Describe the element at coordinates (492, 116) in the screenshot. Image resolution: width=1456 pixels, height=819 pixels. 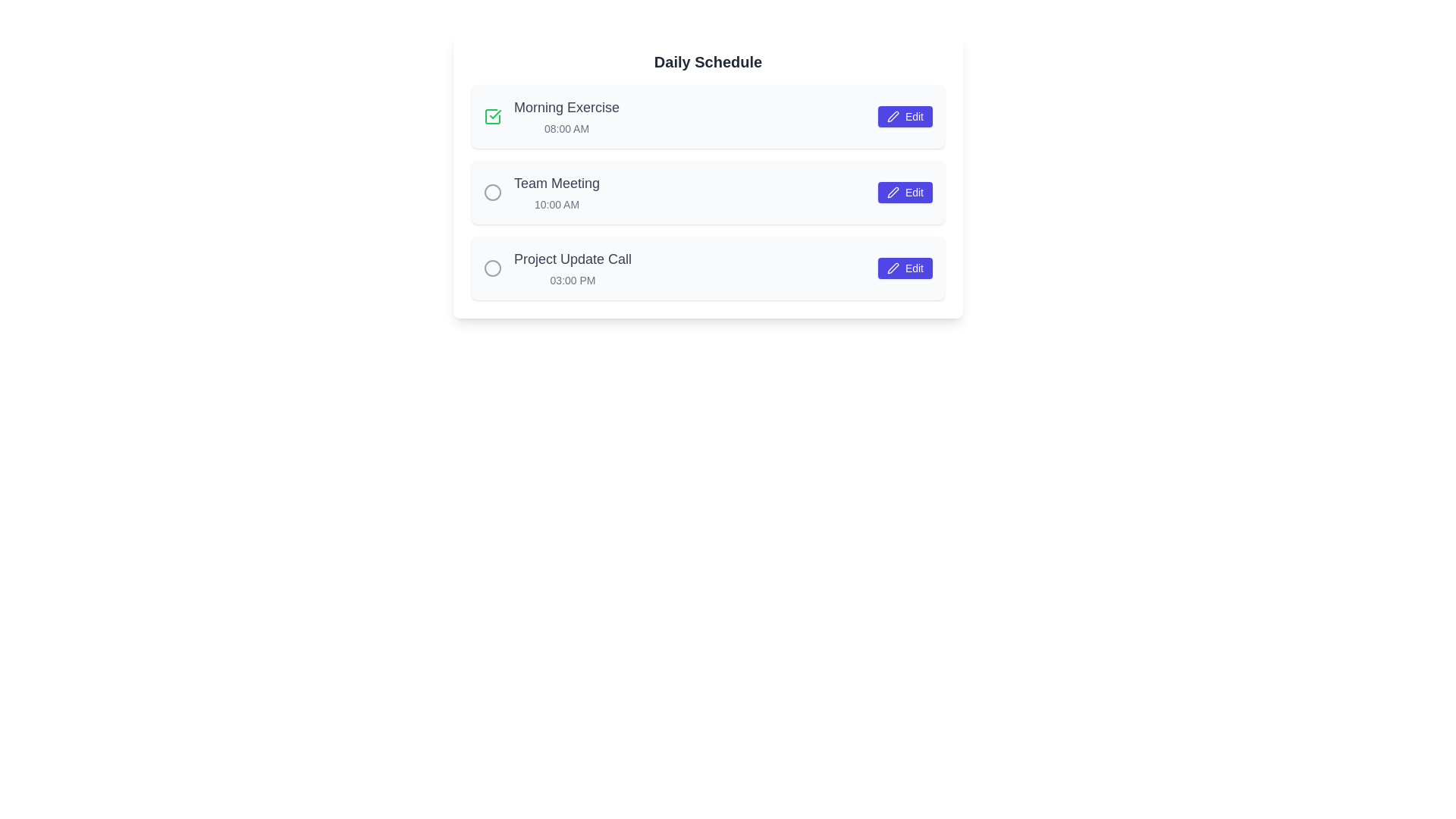
I see `the green-outlined square Checkbox icon with a checkmark inside` at that location.